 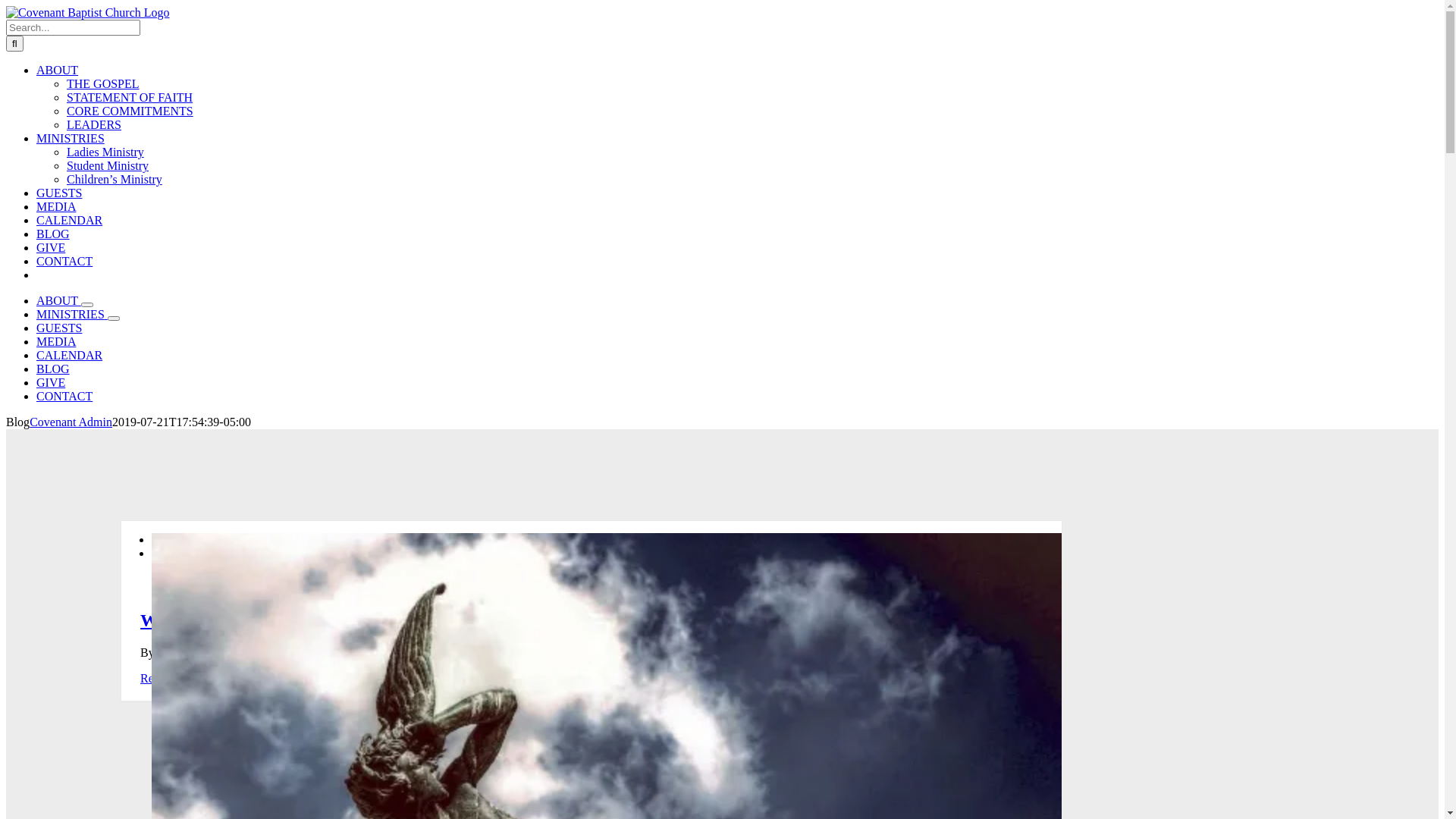 What do you see at coordinates (202, 620) in the screenshot?
I see `'Who is Lucifer?'` at bounding box center [202, 620].